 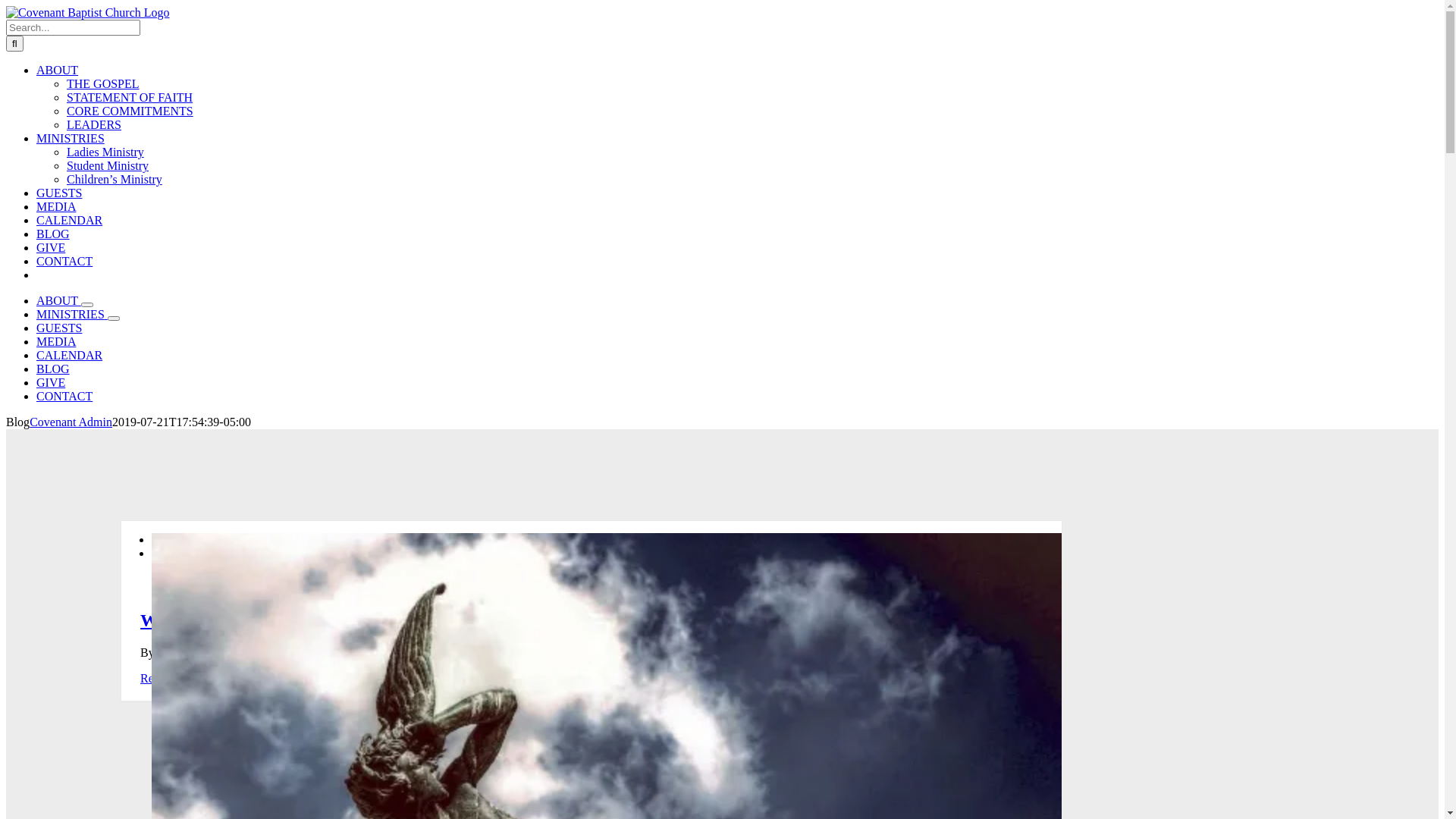 What do you see at coordinates (202, 620) in the screenshot?
I see `'Who is Lucifer?'` at bounding box center [202, 620].